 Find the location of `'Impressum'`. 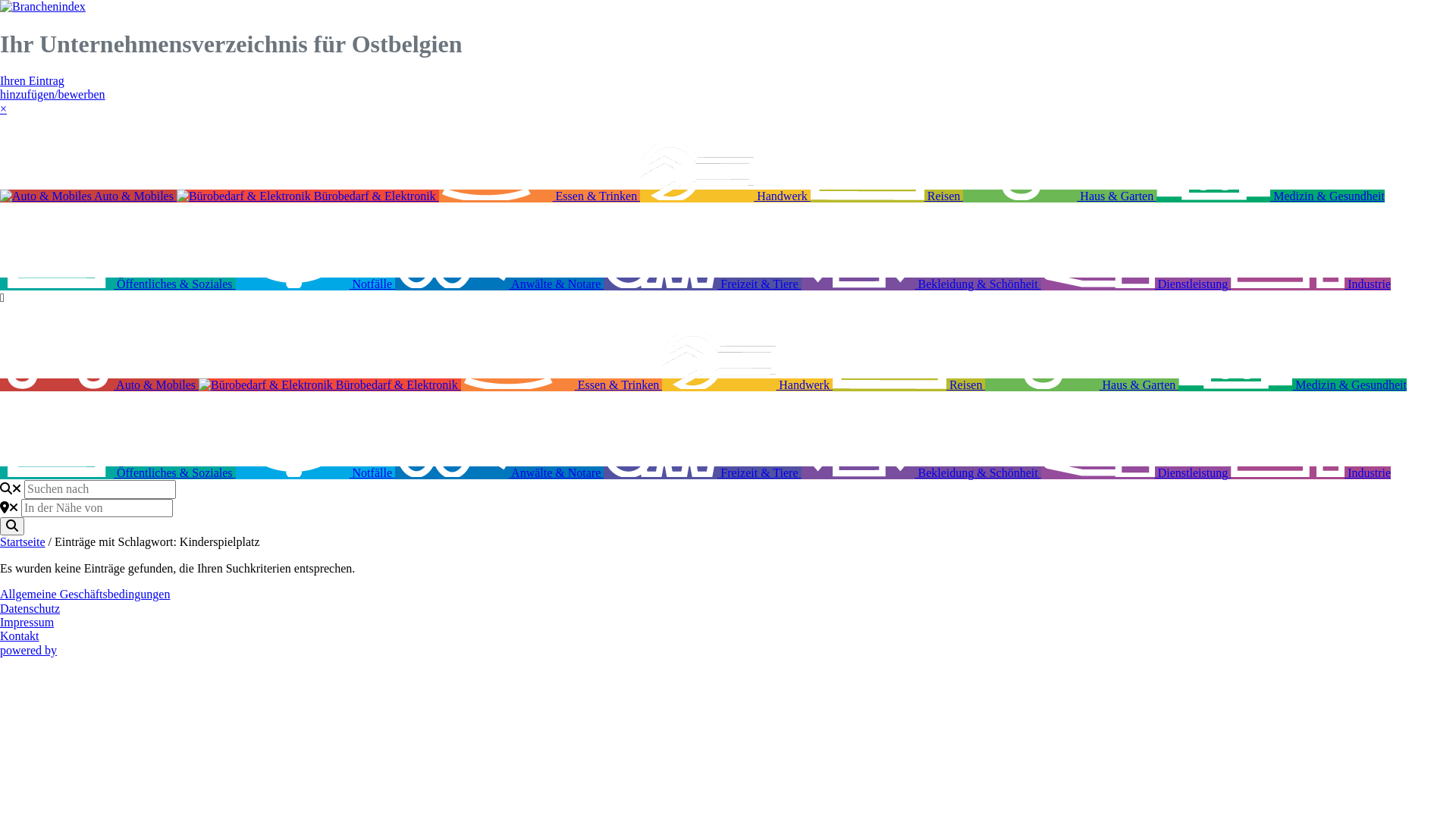

'Impressum' is located at coordinates (27, 622).